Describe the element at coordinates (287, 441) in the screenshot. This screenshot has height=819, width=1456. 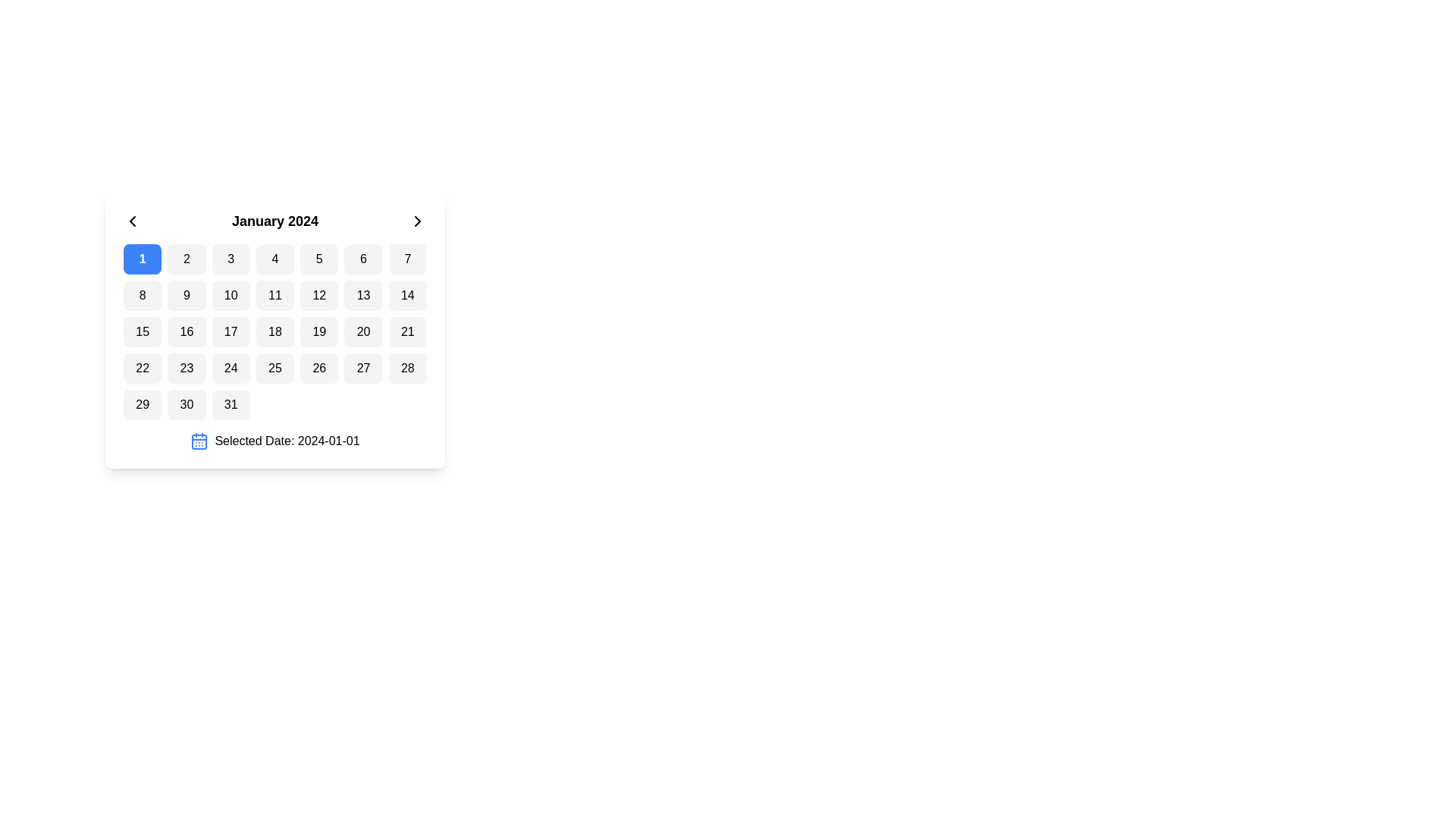
I see `displayed text 'Selected Date: 2024-01-01' from the Text label accompanied by a calendar icon located below the calendar interface` at that location.